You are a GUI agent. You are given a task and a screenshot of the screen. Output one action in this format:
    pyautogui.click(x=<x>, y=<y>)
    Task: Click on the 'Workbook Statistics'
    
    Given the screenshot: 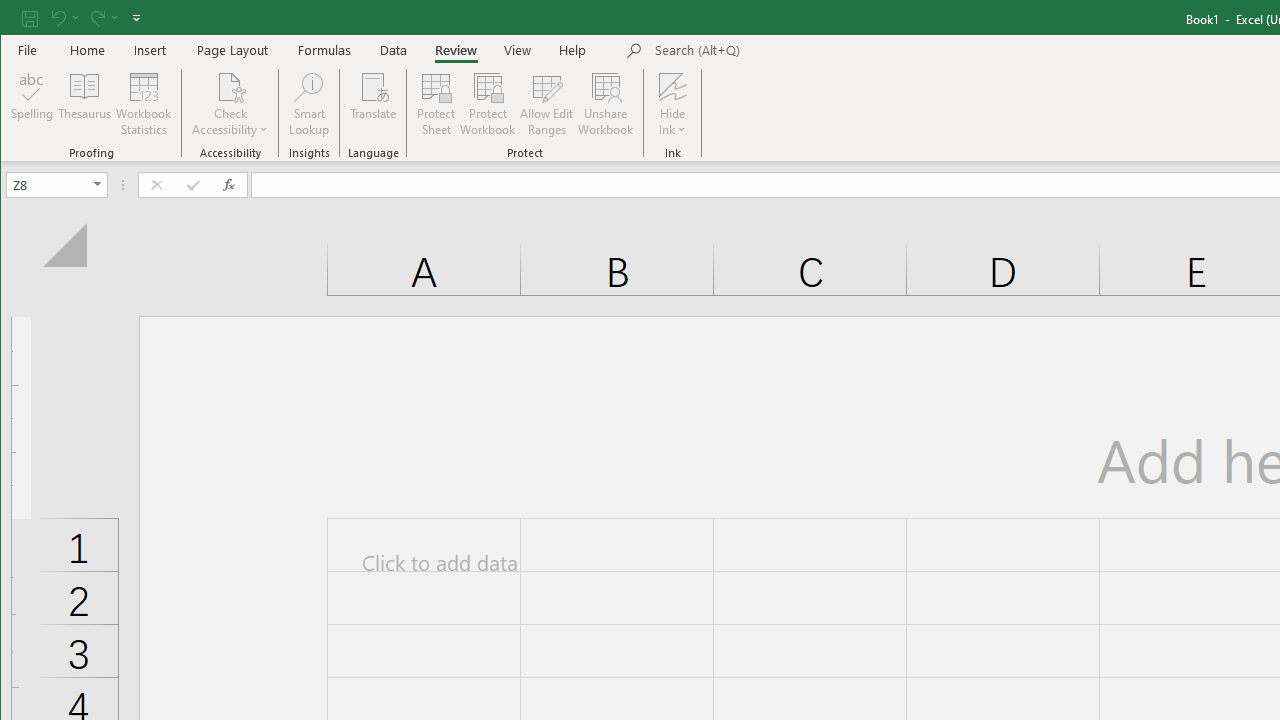 What is the action you would take?
    pyautogui.click(x=143, y=104)
    